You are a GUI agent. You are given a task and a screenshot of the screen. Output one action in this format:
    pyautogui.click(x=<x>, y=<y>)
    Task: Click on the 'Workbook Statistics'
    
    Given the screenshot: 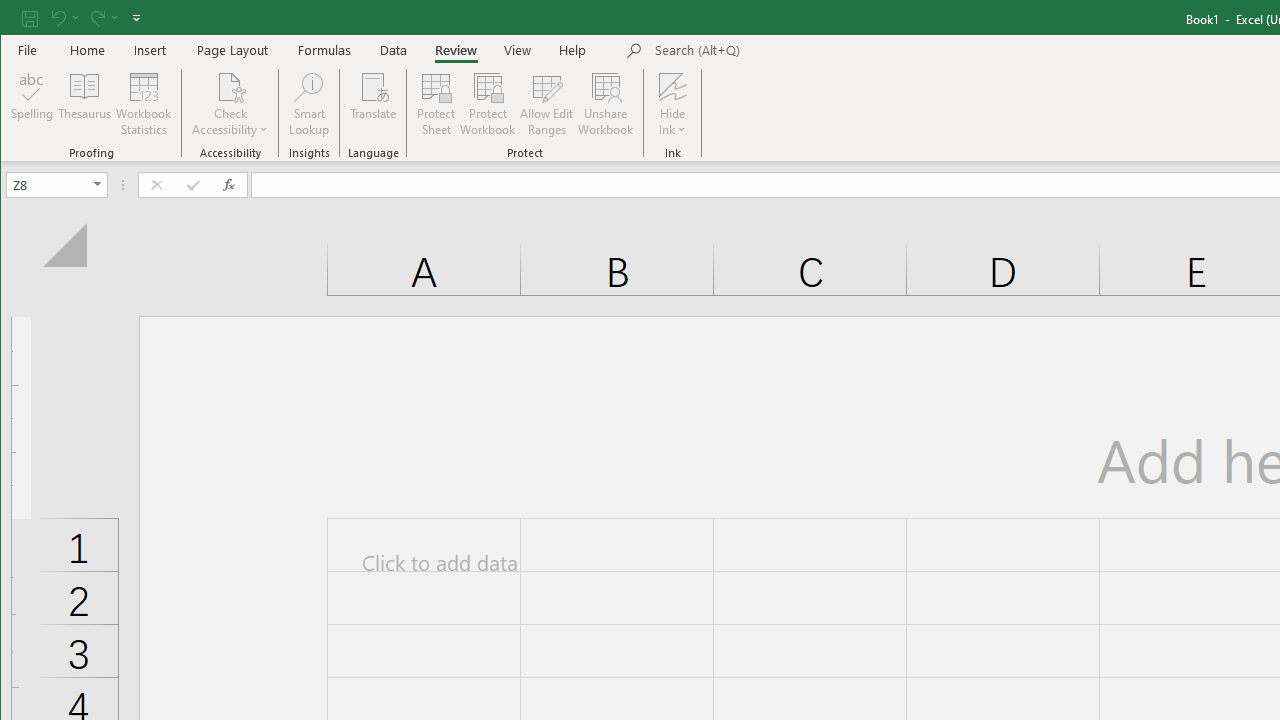 What is the action you would take?
    pyautogui.click(x=143, y=104)
    